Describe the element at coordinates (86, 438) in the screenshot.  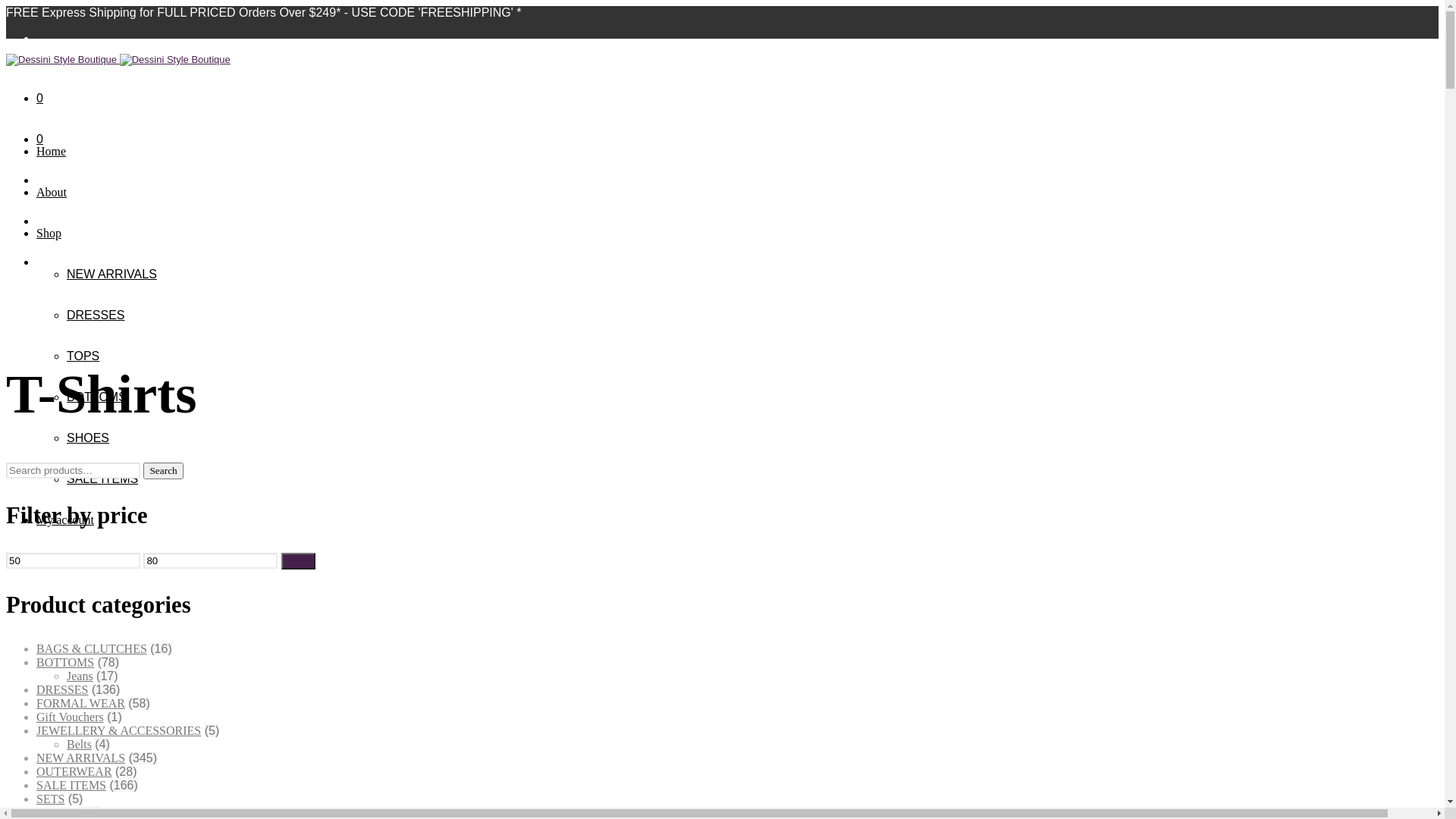
I see `'SHOES'` at that location.